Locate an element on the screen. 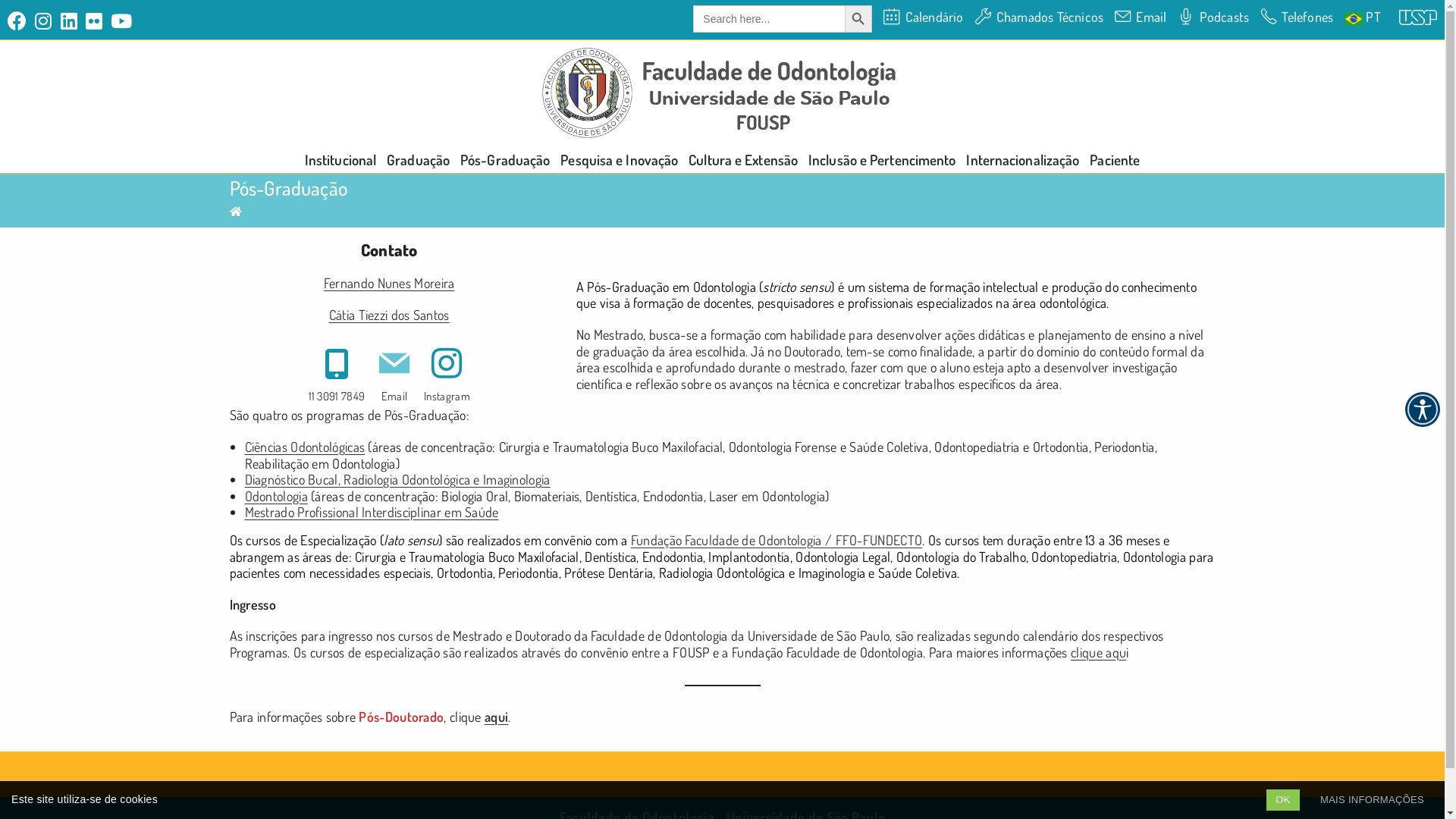 Image resolution: width=1456 pixels, height=819 pixels. 'PT' is located at coordinates (1344, 17).